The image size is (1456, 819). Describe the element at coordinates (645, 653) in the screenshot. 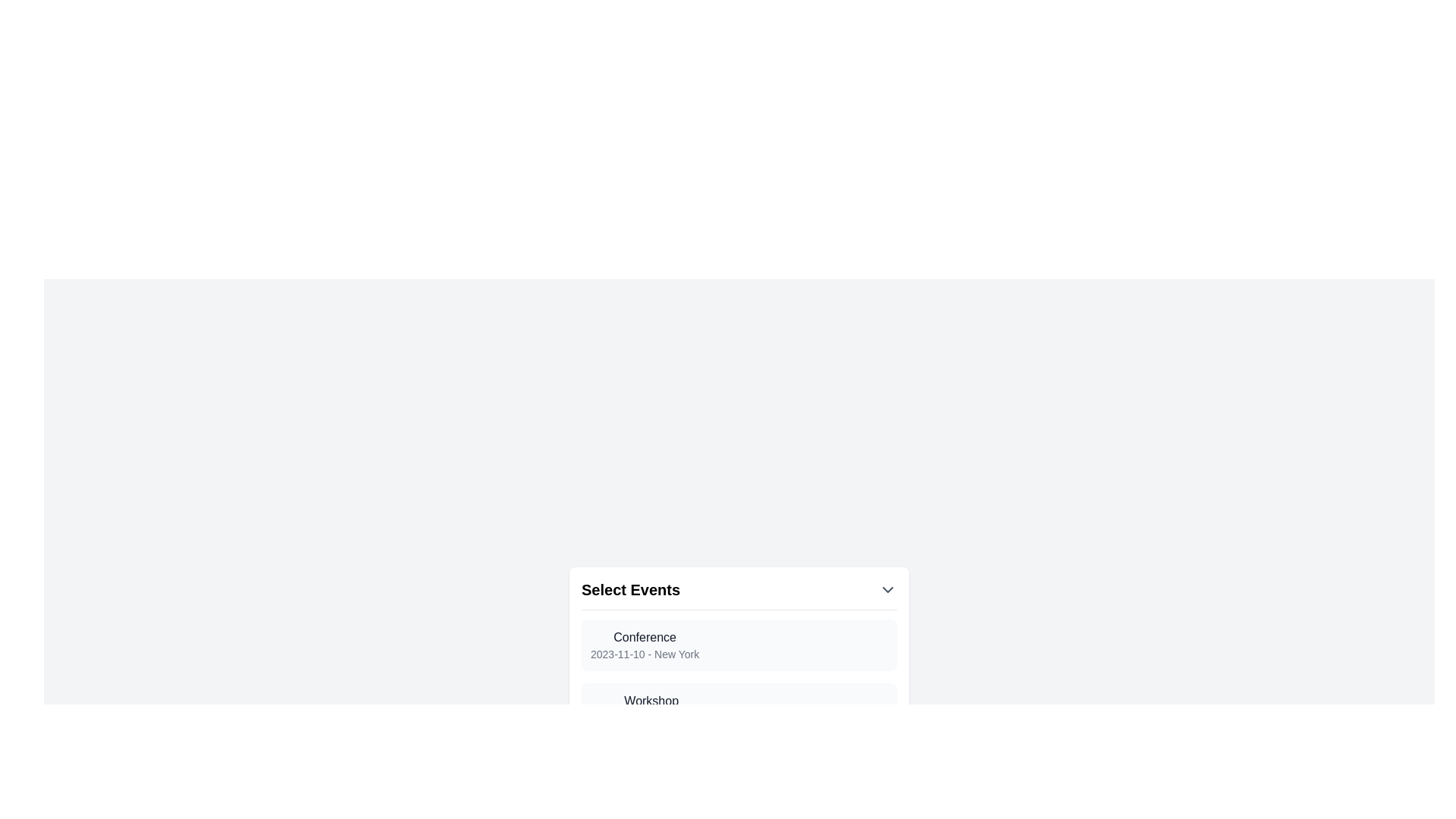

I see `the Text label that displays detailed date and location information related to the event below the 'Conference' label in the 'Select Events' dropdown interface` at that location.